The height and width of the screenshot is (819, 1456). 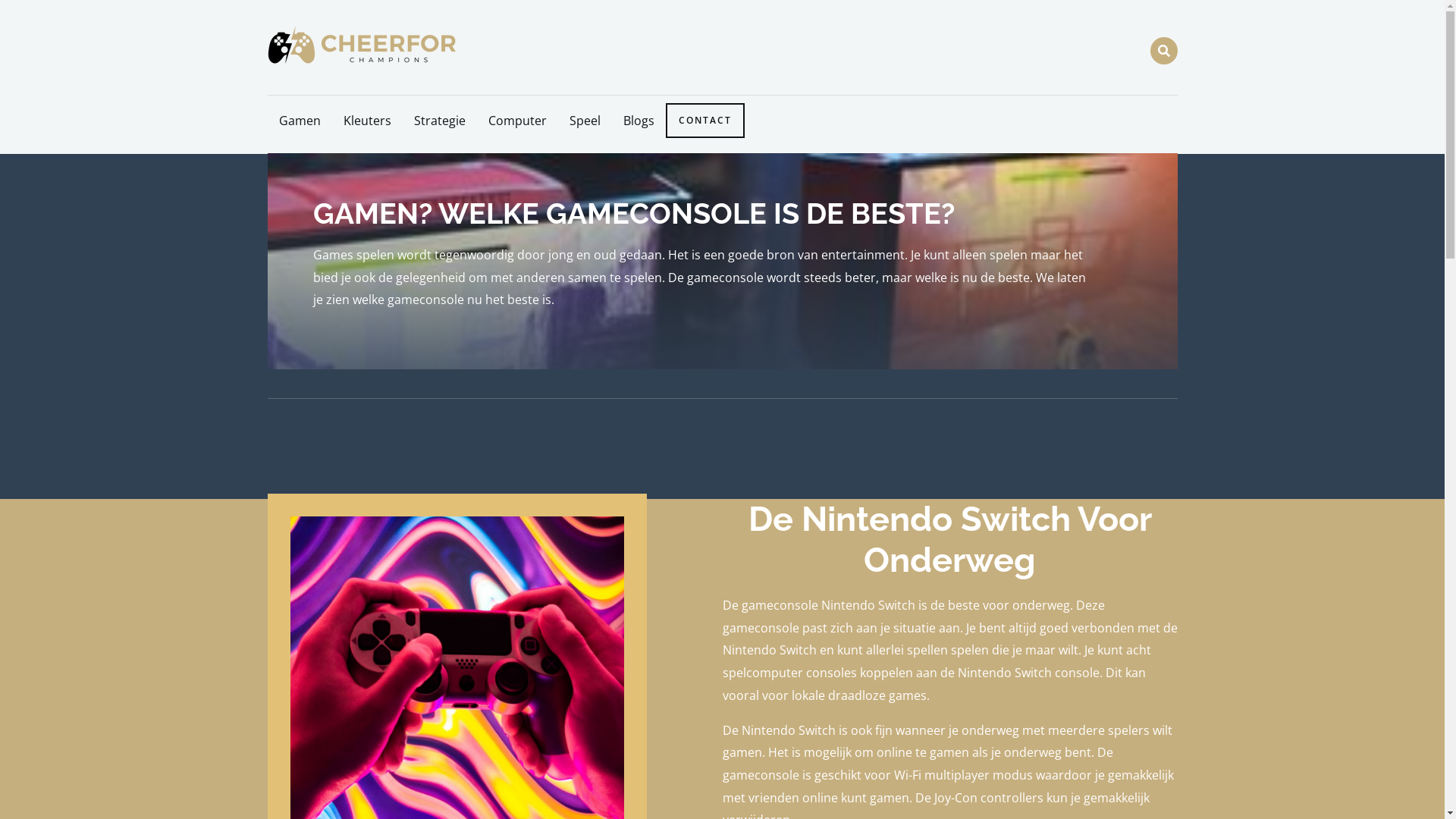 I want to click on 'Computer', so click(x=516, y=119).